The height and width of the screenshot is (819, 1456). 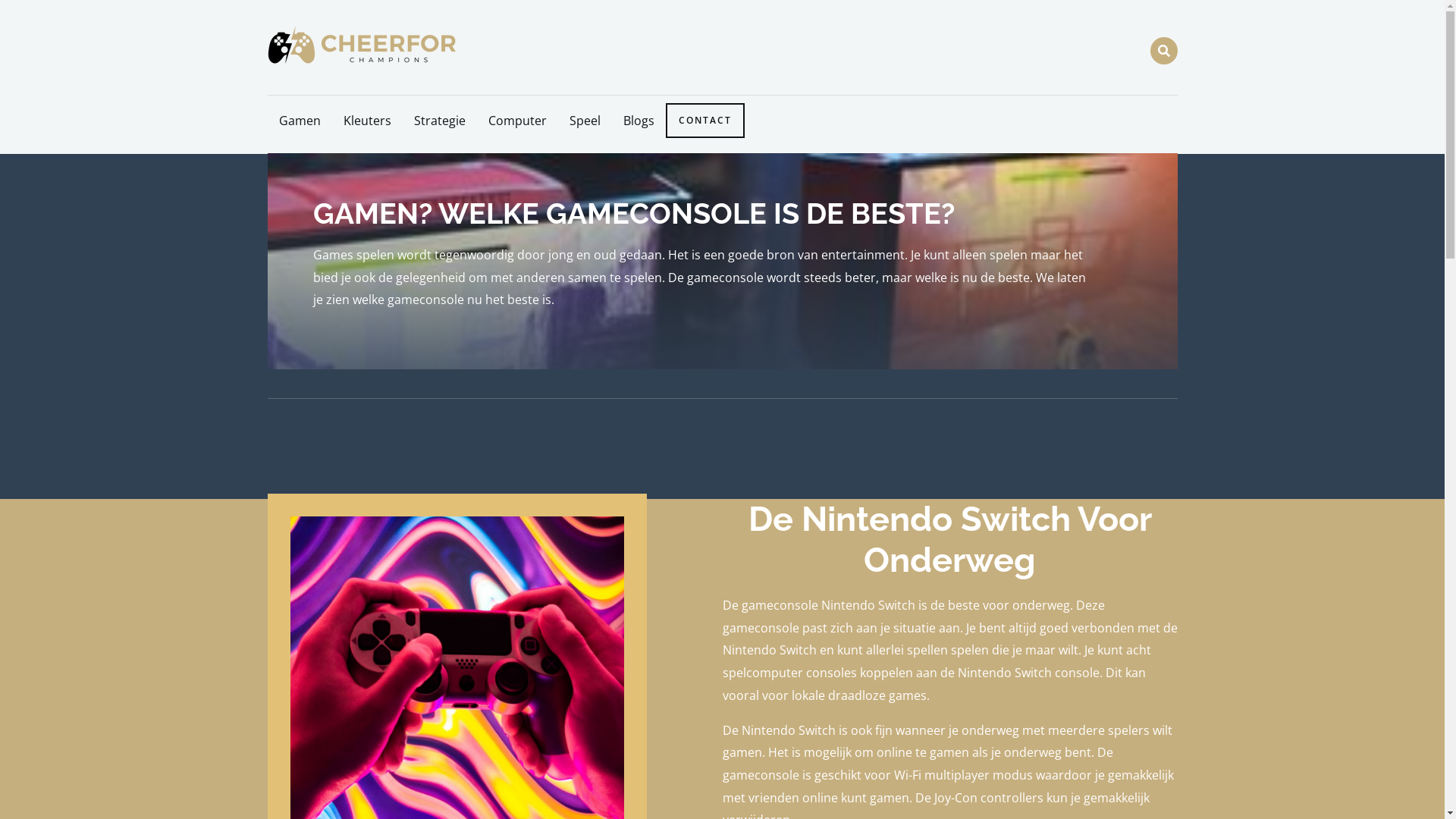 I want to click on 'Computer', so click(x=516, y=119).